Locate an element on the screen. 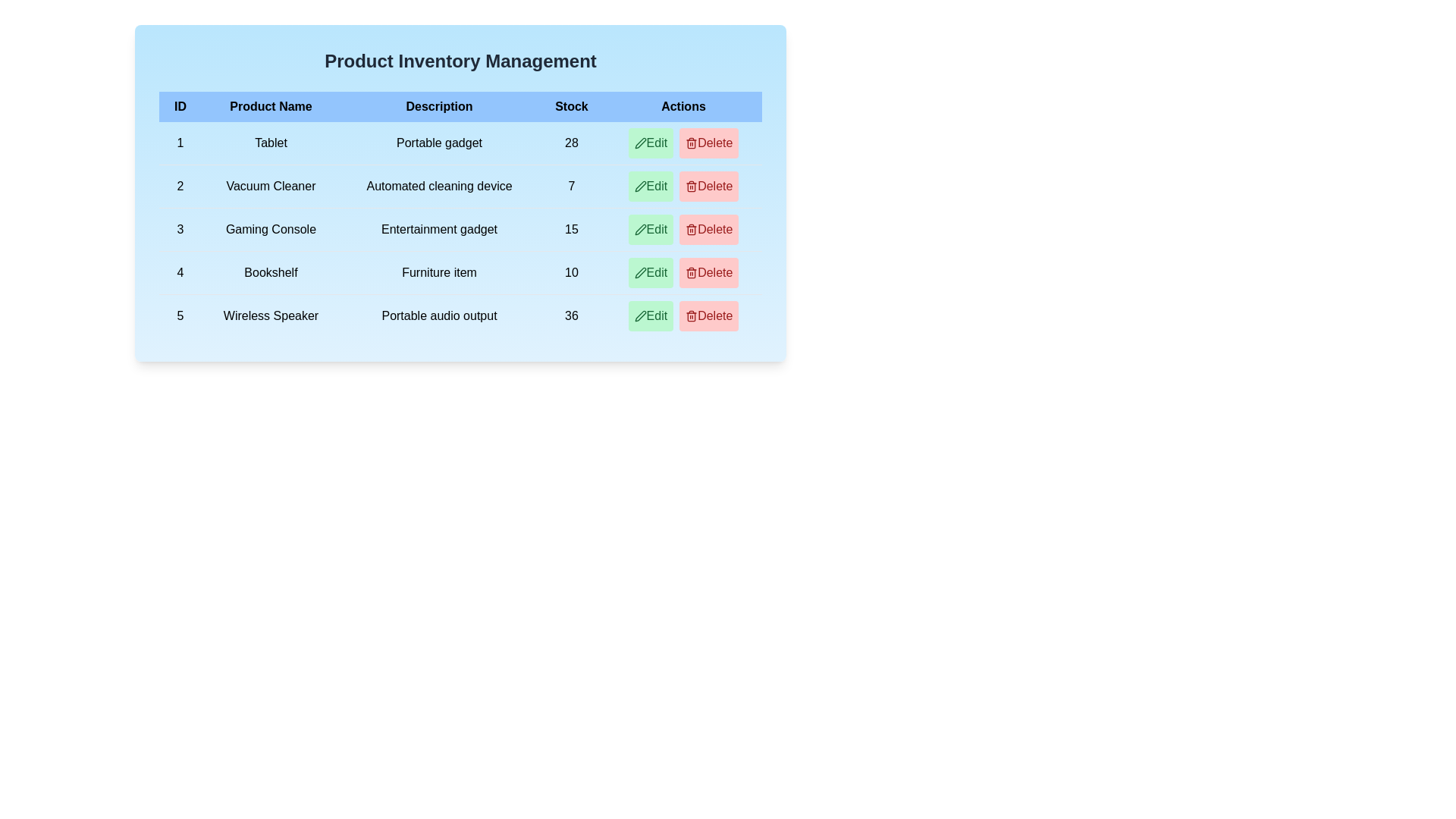 This screenshot has width=1456, height=819. the edit icon in the green 'Edit' button located in the 'Actions' column of the third row of the 'Product Inventory Management' table to trigger potential visual effects is located at coordinates (640, 230).